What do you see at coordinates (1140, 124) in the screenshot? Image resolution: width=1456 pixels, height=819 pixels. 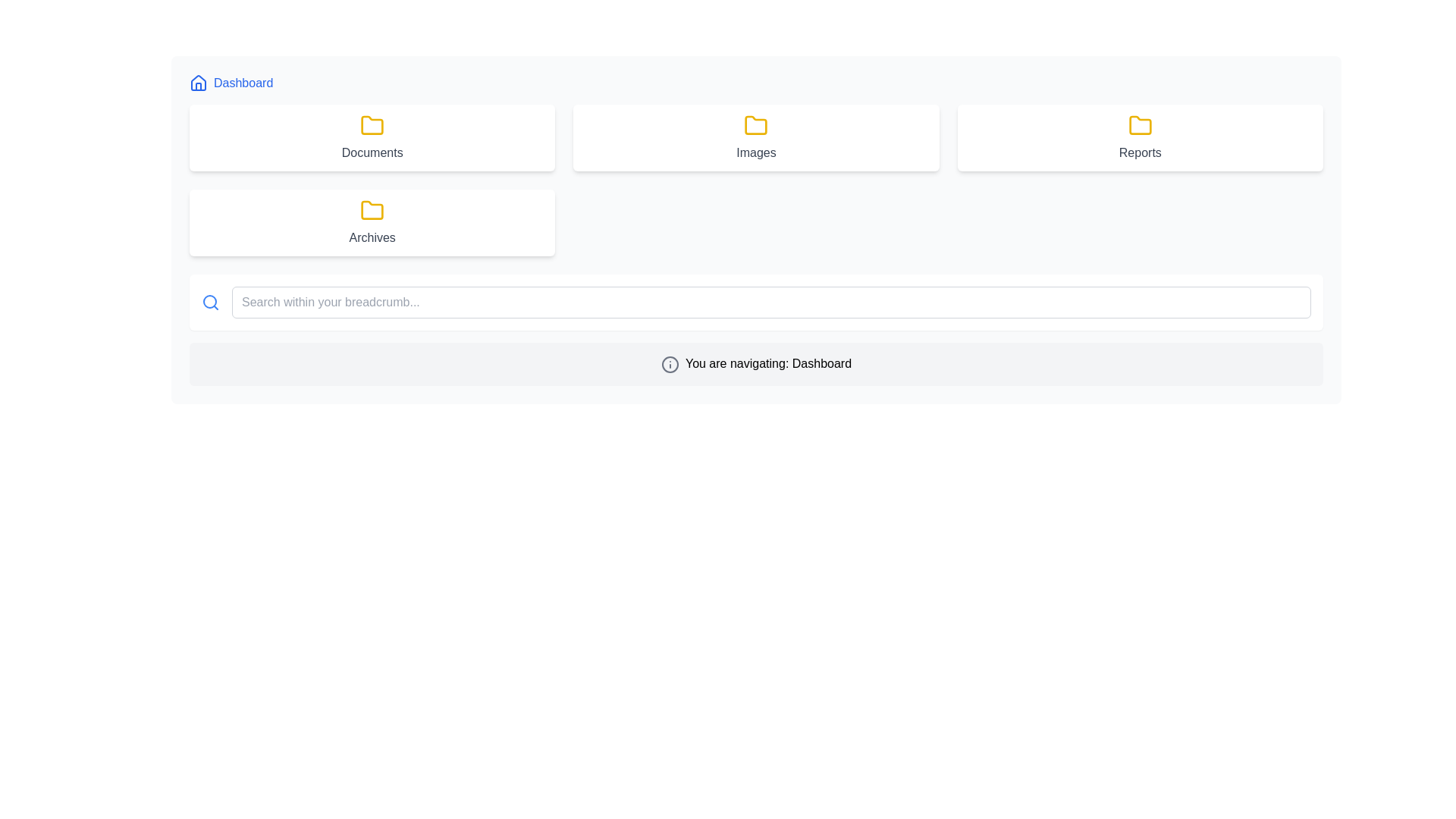 I see `the folder icon located in the fourth card labeled 'Reports', which serves as a navigation option related to reports` at bounding box center [1140, 124].